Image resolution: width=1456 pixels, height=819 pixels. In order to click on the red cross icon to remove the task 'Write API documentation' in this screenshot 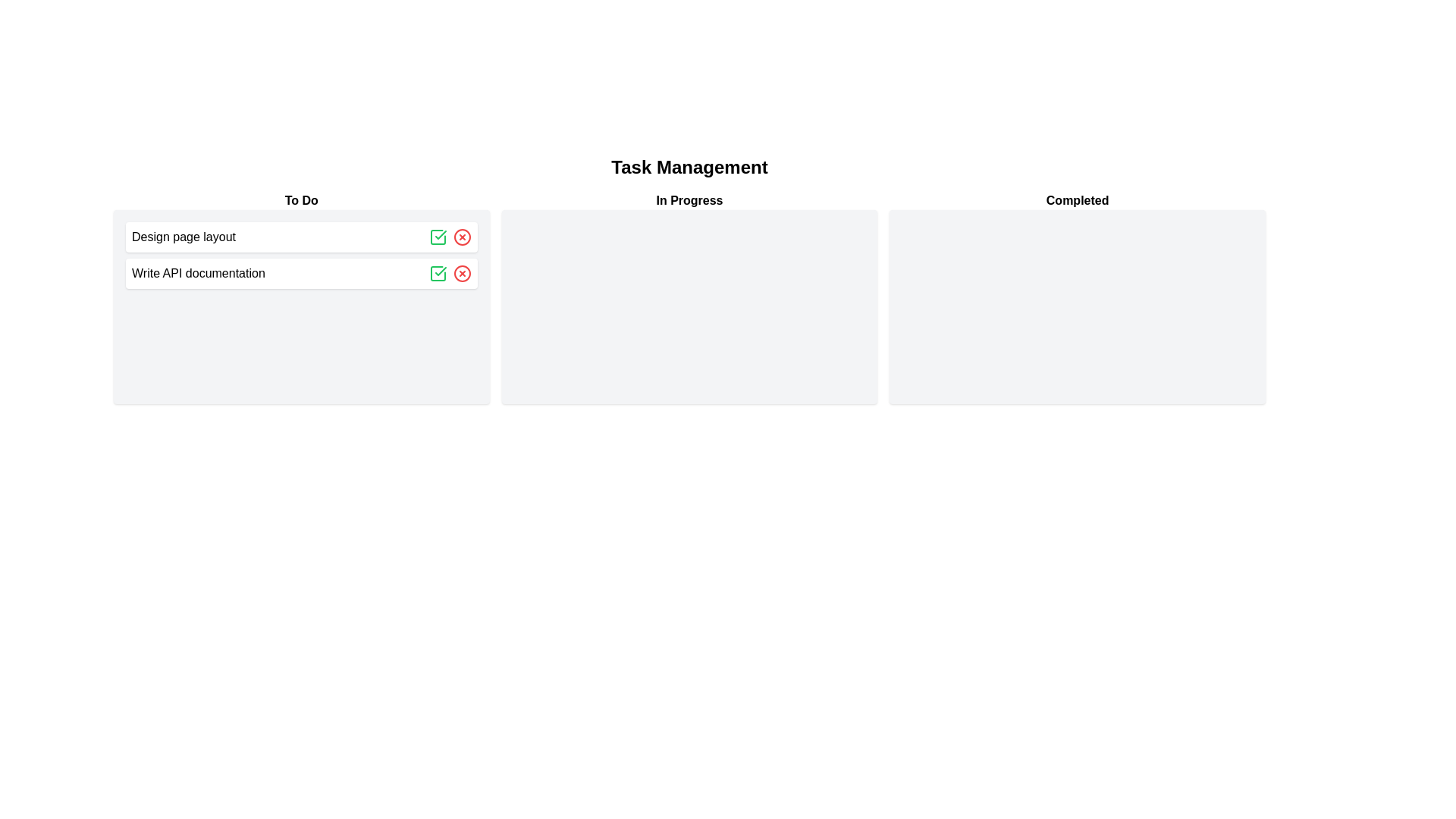, I will do `click(461, 274)`.